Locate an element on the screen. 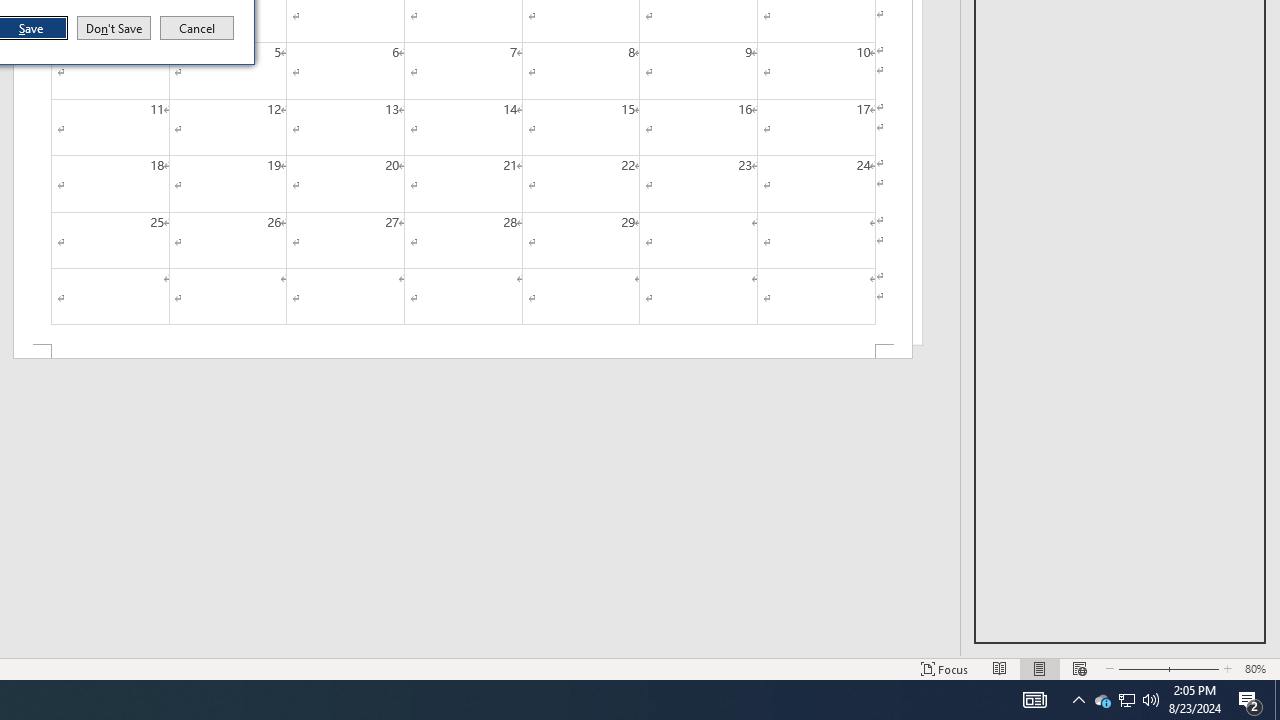 The width and height of the screenshot is (1280, 720). 'Zoom Out' is located at coordinates (1137, 669).